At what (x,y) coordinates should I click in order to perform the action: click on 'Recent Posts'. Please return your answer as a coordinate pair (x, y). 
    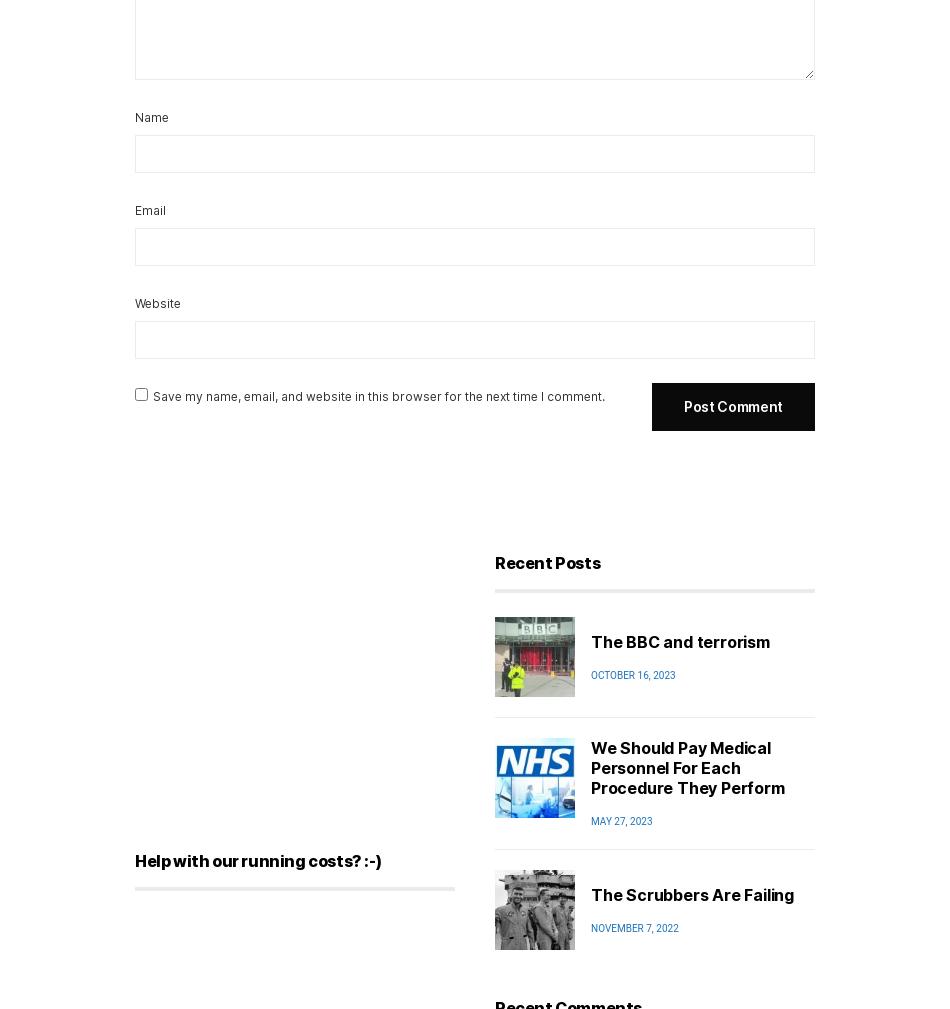
    Looking at the image, I should click on (547, 563).